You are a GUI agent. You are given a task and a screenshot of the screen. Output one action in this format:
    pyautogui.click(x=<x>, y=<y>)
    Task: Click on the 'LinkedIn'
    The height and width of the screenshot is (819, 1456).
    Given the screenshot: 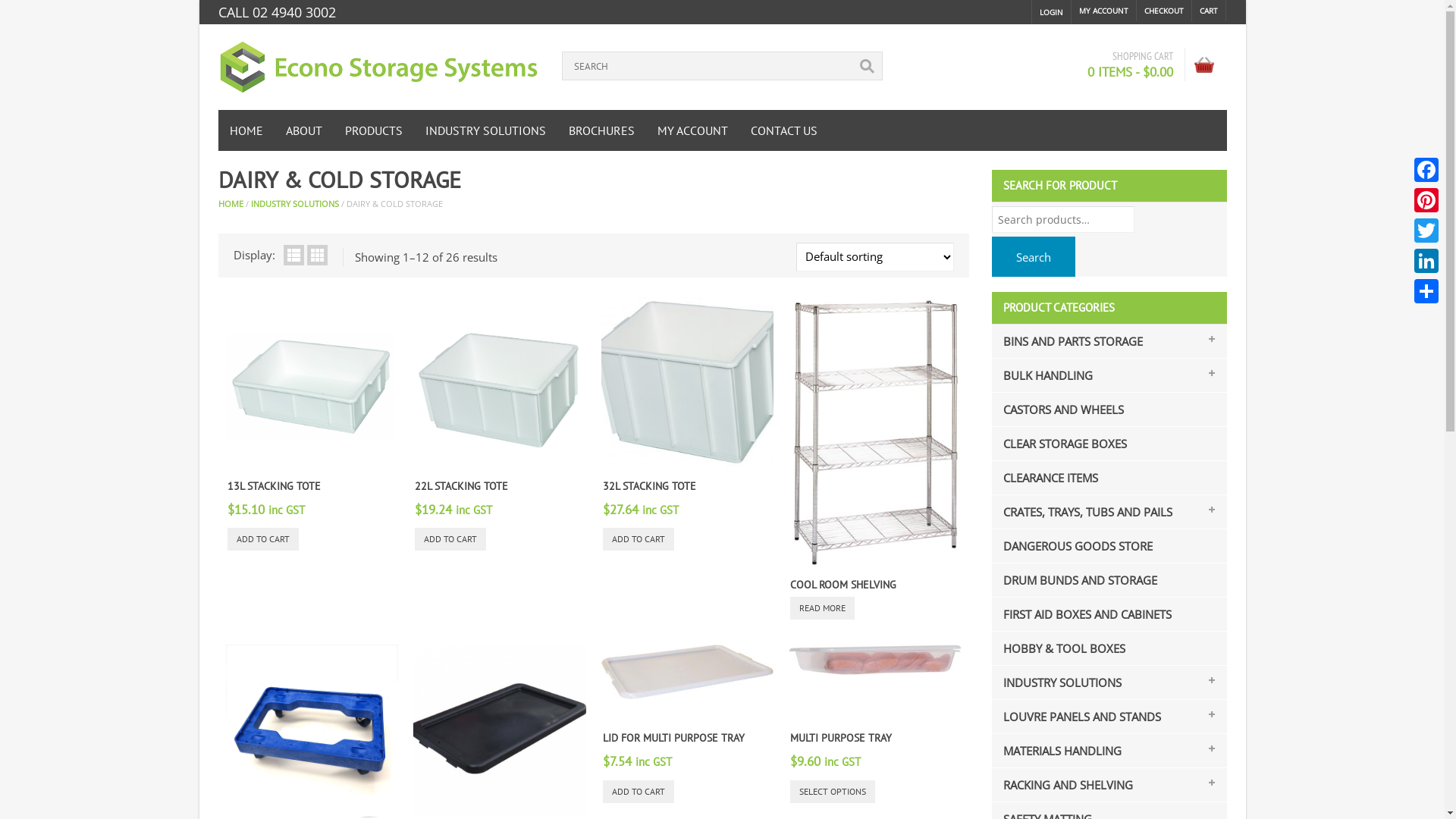 What is the action you would take?
    pyautogui.click(x=1410, y=259)
    